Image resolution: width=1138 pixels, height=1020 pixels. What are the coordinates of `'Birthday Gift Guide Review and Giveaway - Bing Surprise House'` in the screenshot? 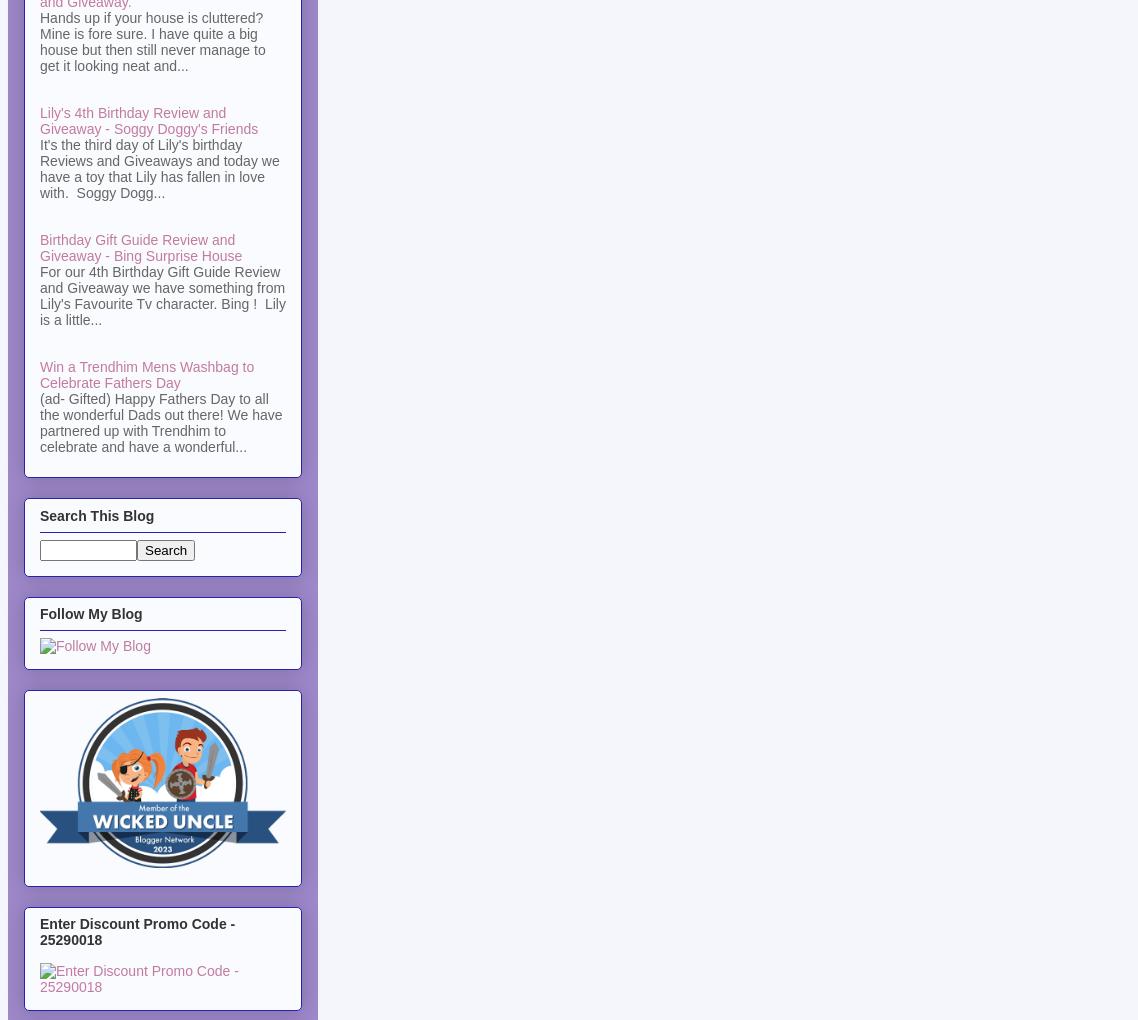 It's located at (140, 247).